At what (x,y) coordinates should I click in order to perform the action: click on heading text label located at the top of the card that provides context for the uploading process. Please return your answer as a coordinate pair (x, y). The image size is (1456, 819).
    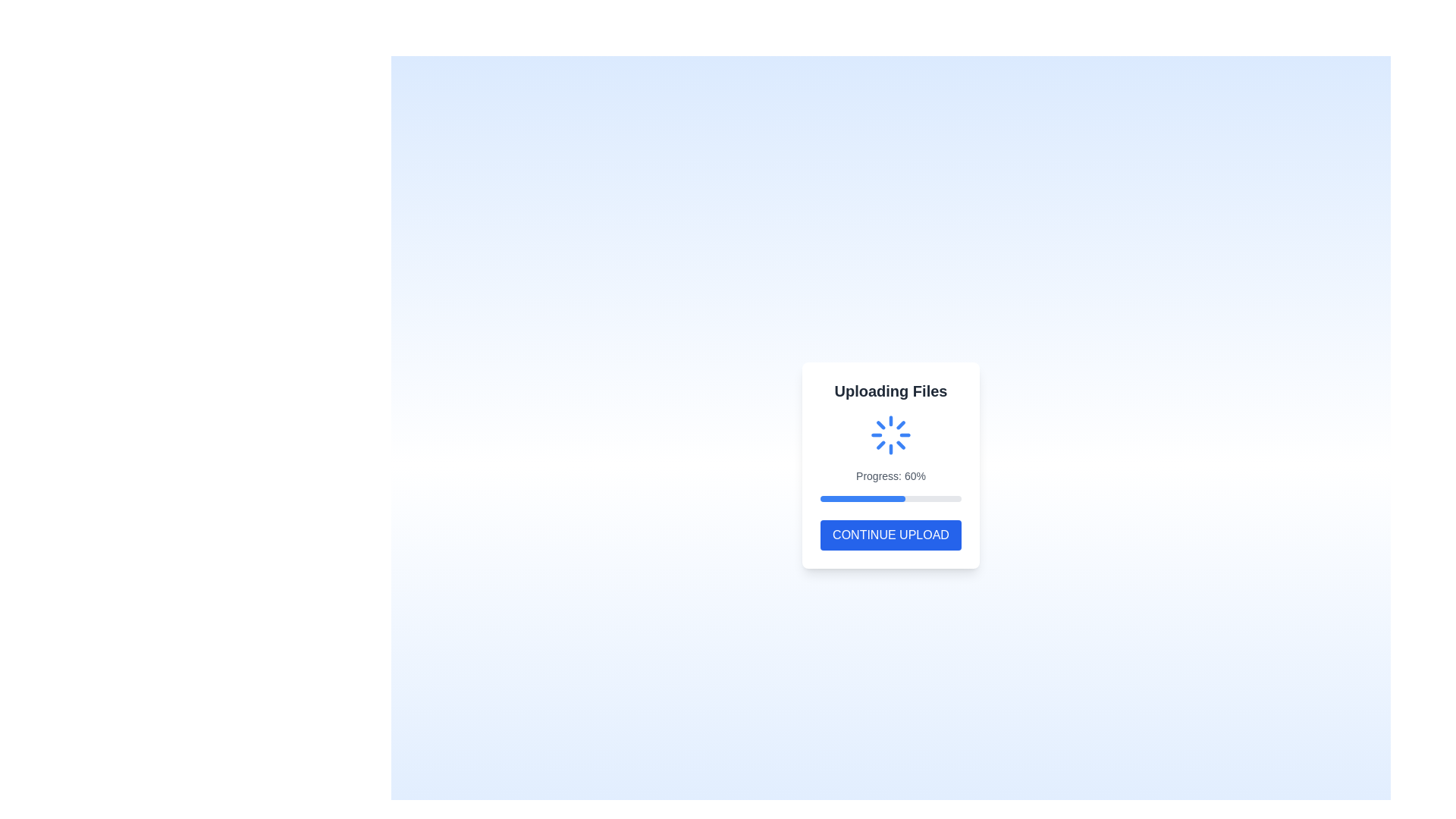
    Looking at the image, I should click on (891, 391).